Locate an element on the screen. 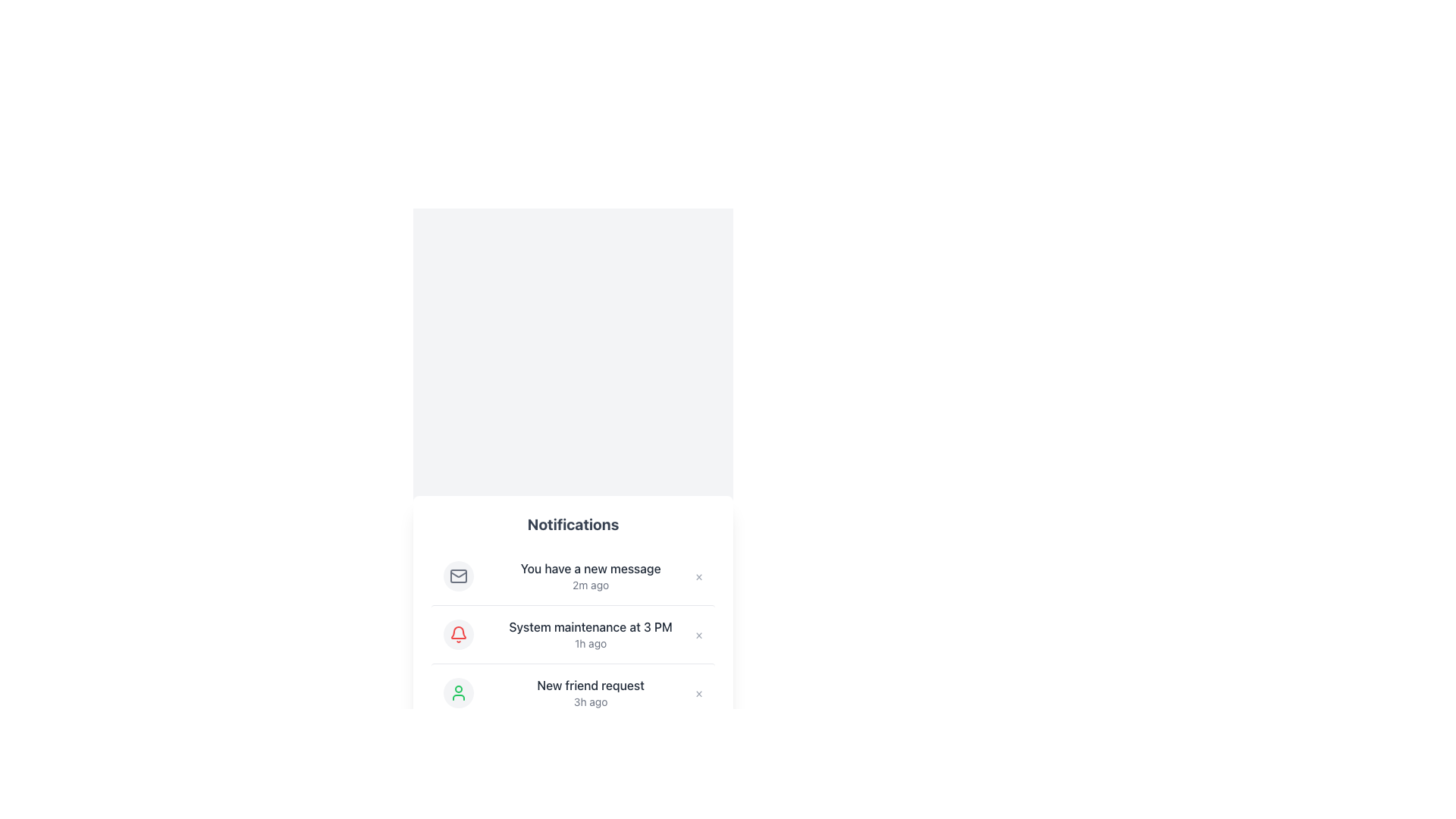 The height and width of the screenshot is (819, 1456). the unique decorative icon for the 'System maintenance at 3 PM' notification to access additional options is located at coordinates (457, 635).